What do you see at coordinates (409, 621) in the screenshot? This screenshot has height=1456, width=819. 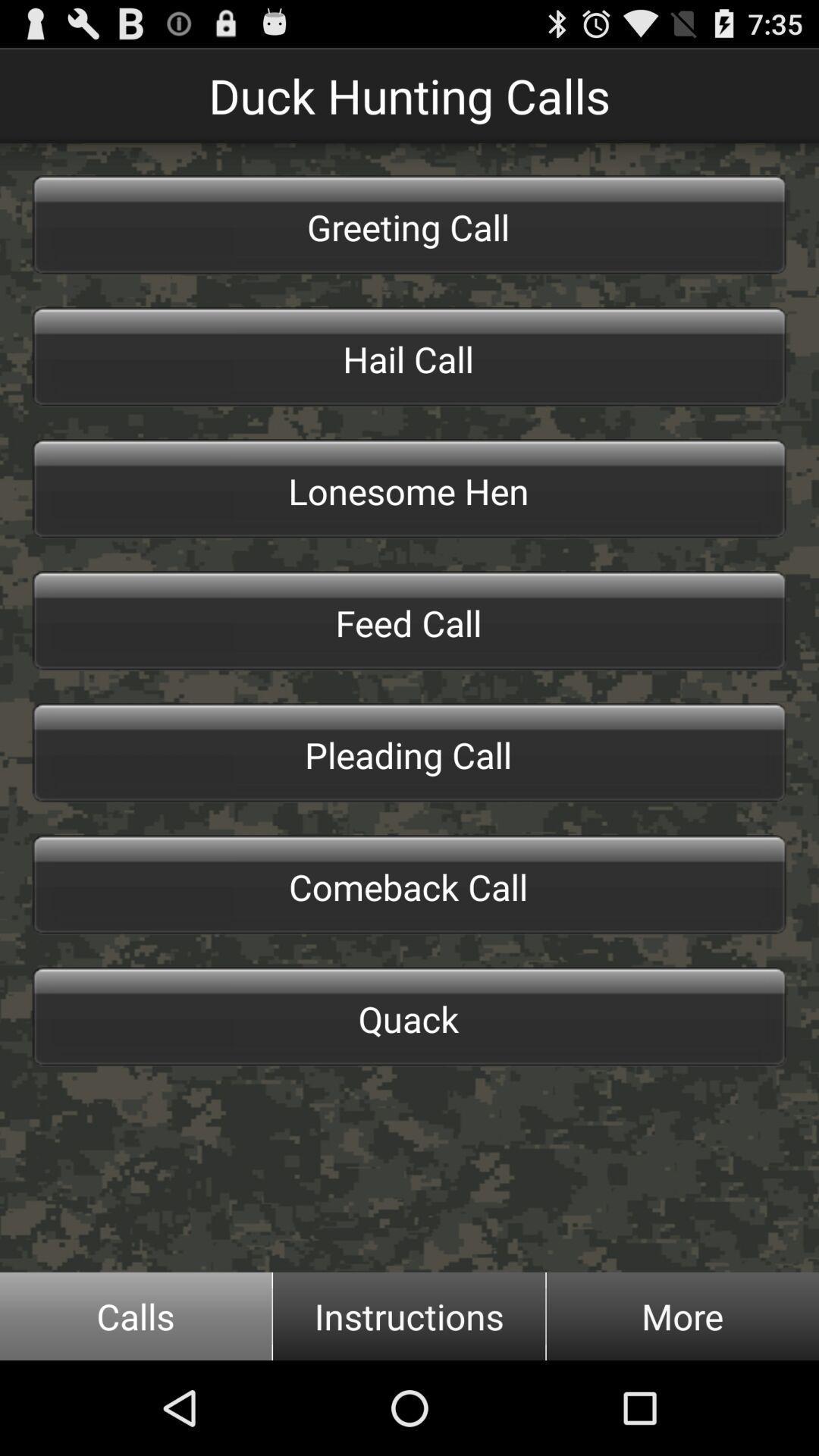 I see `icon above pleading call button` at bounding box center [409, 621].